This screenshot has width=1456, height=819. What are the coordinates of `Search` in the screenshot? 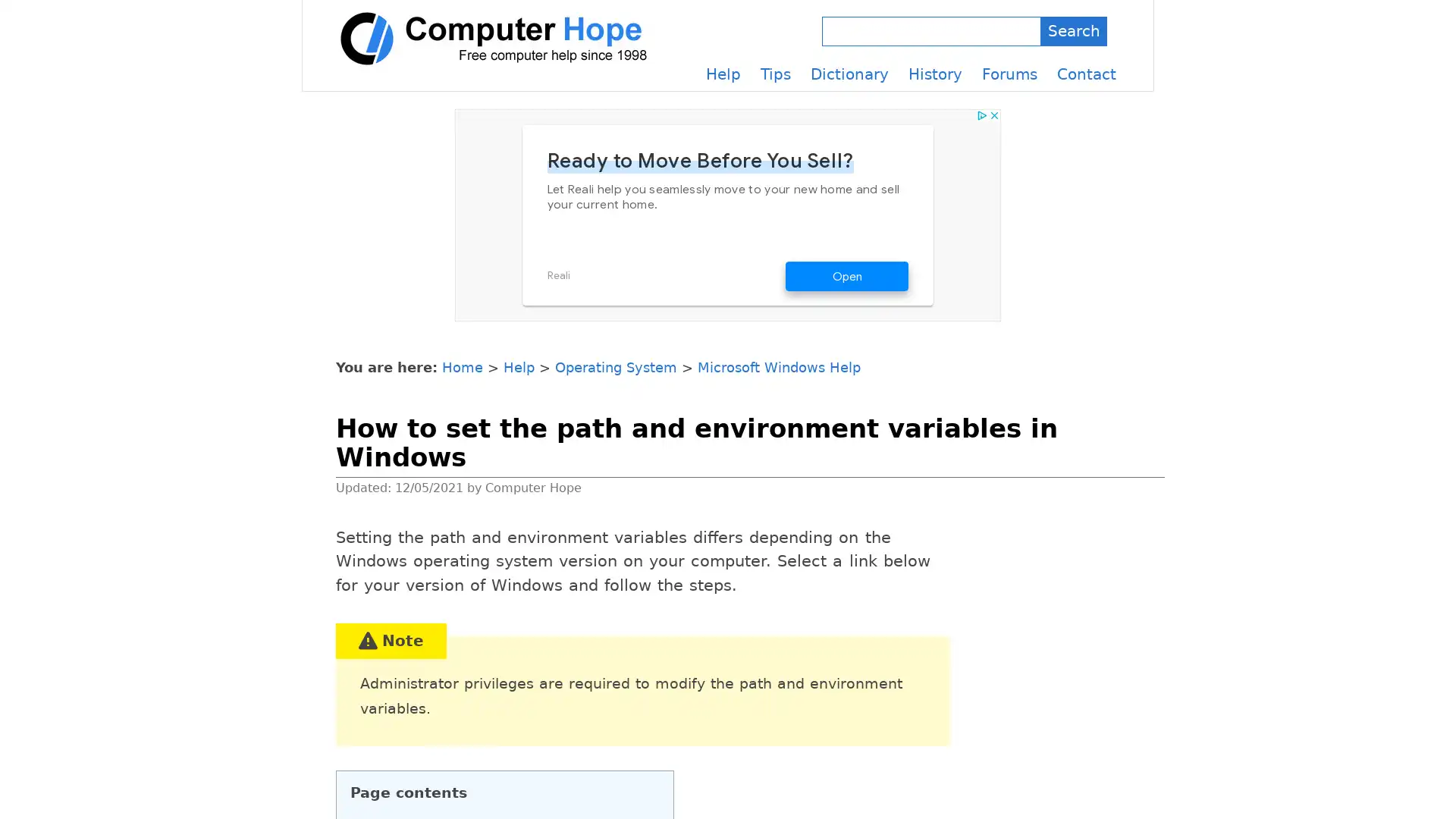 It's located at (1073, 30).